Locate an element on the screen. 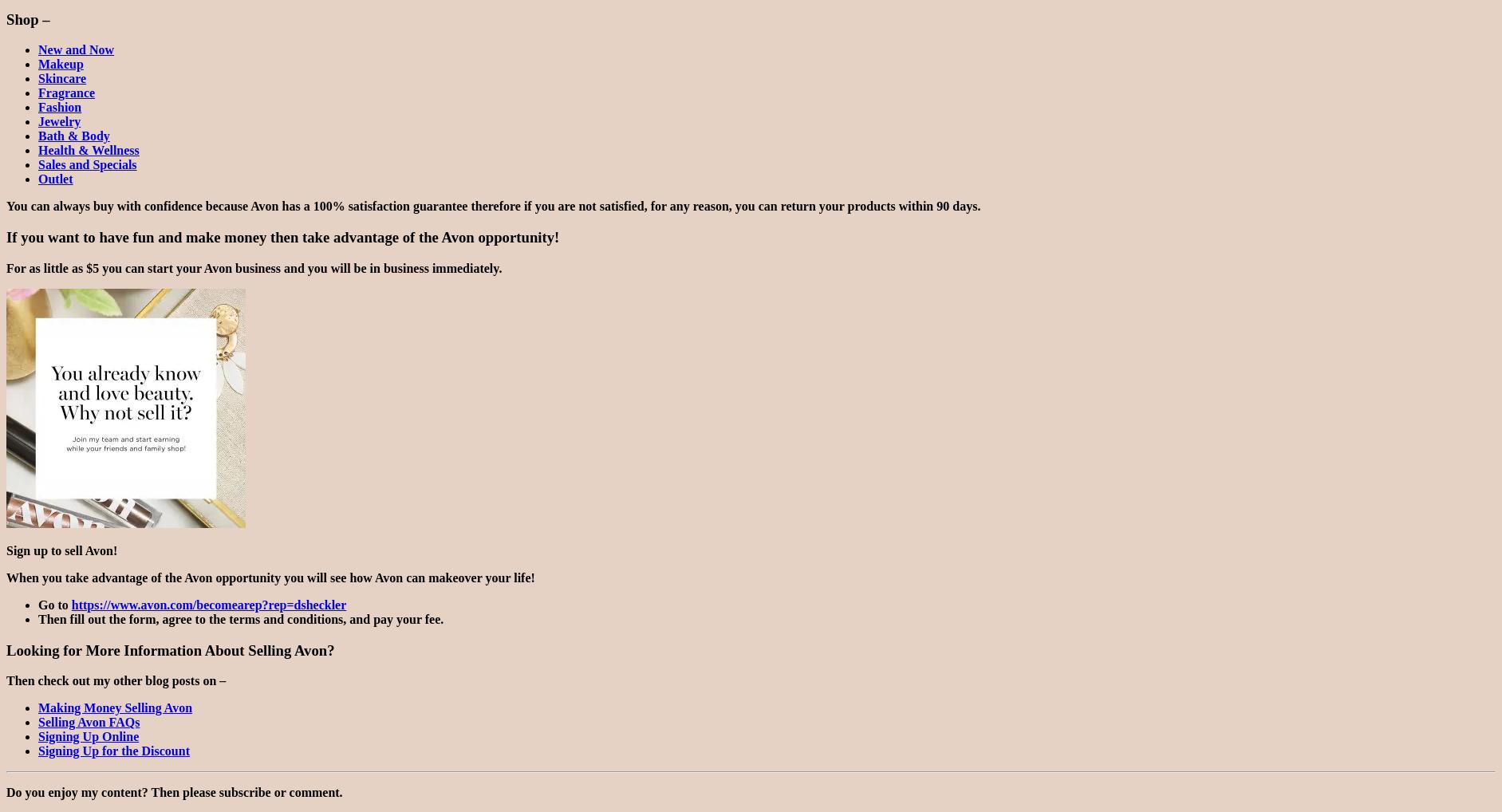  'Go to' is located at coordinates (53, 603).